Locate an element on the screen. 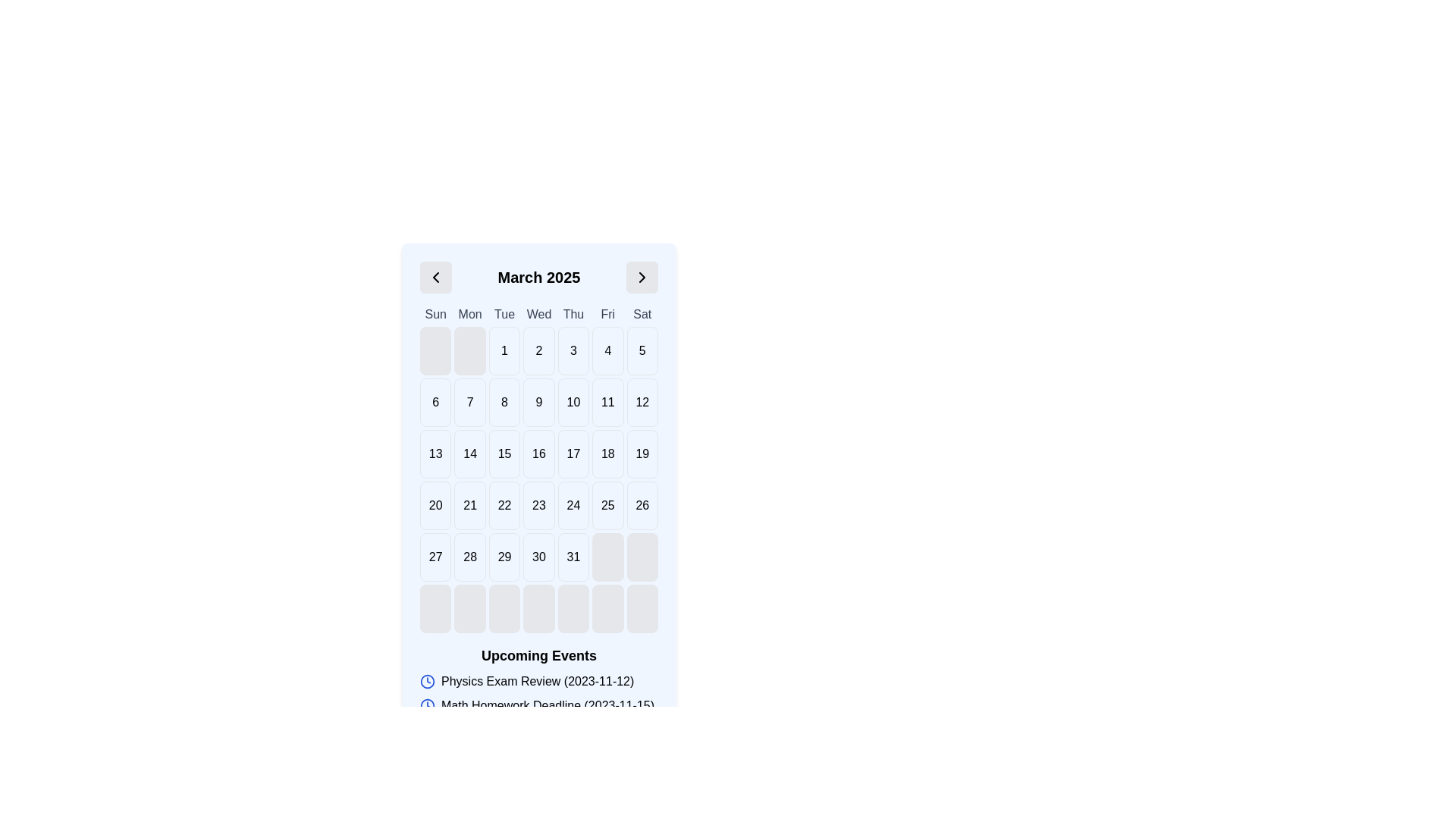 This screenshot has height=819, width=1456. the first day of the month tile in the calendar view located under the 'Tue' header is located at coordinates (504, 350).